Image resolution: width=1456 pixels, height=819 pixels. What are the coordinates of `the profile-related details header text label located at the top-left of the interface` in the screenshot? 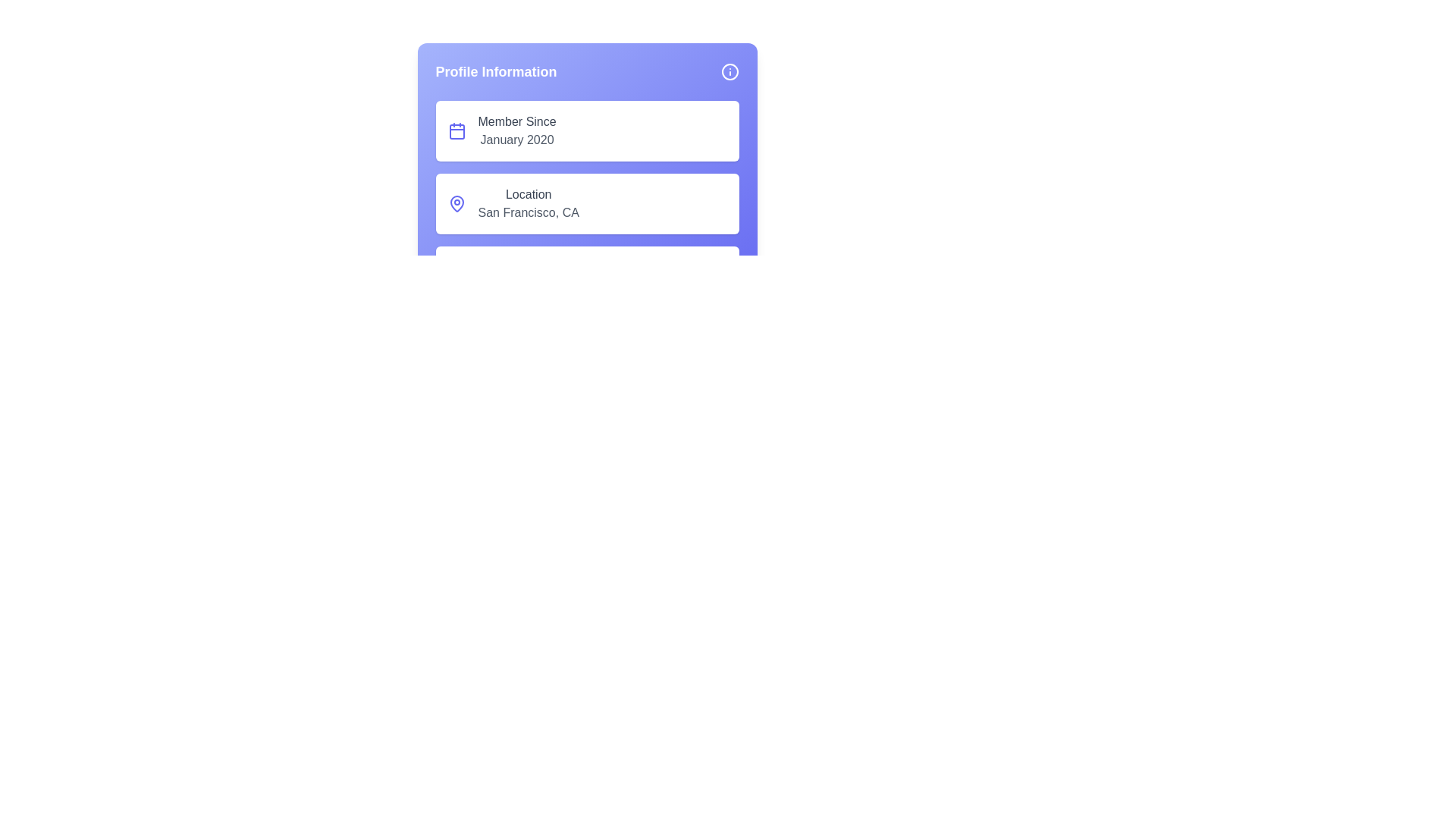 It's located at (496, 72).